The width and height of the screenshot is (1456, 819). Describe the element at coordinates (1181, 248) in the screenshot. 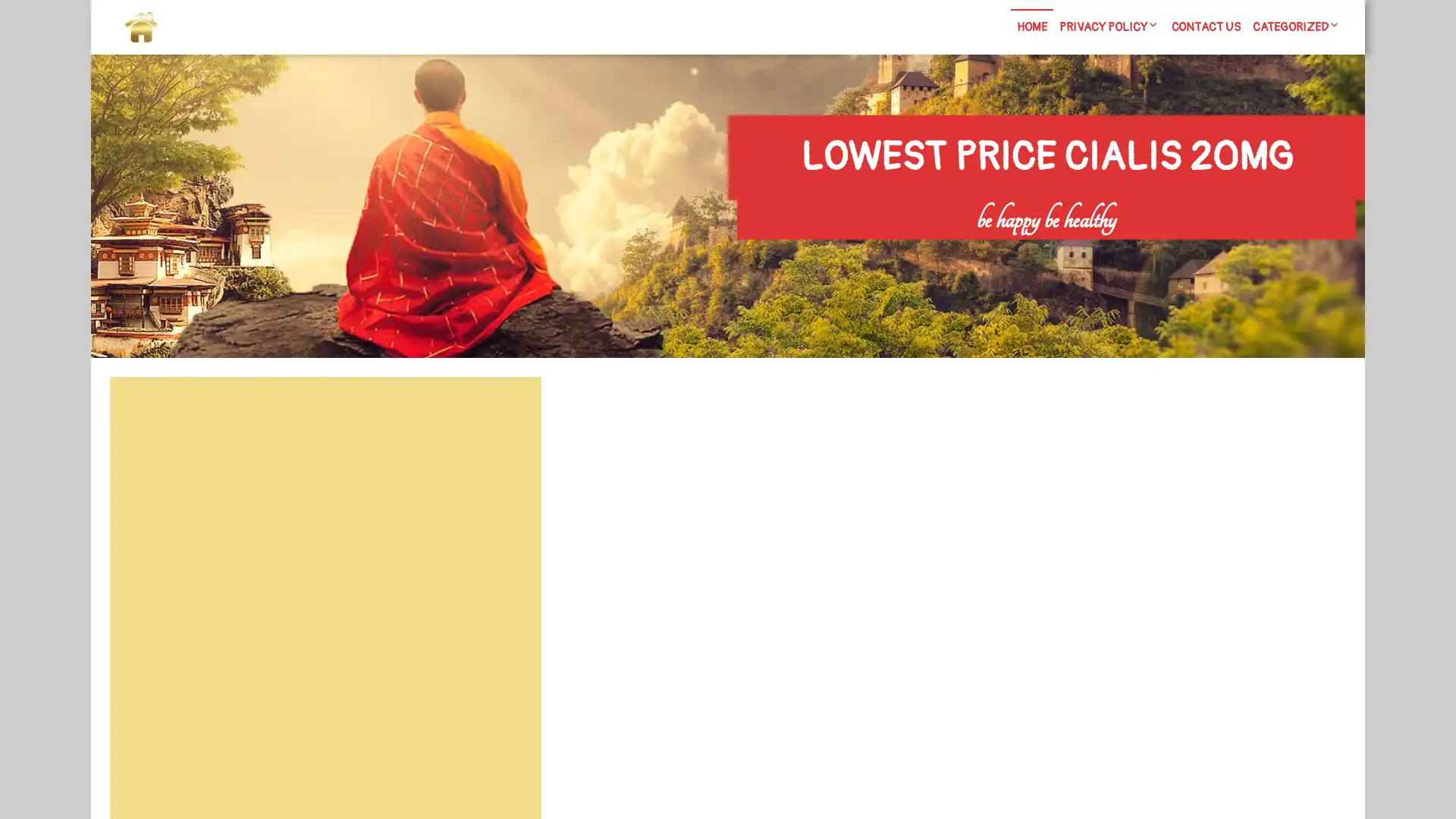

I see `Search` at that location.